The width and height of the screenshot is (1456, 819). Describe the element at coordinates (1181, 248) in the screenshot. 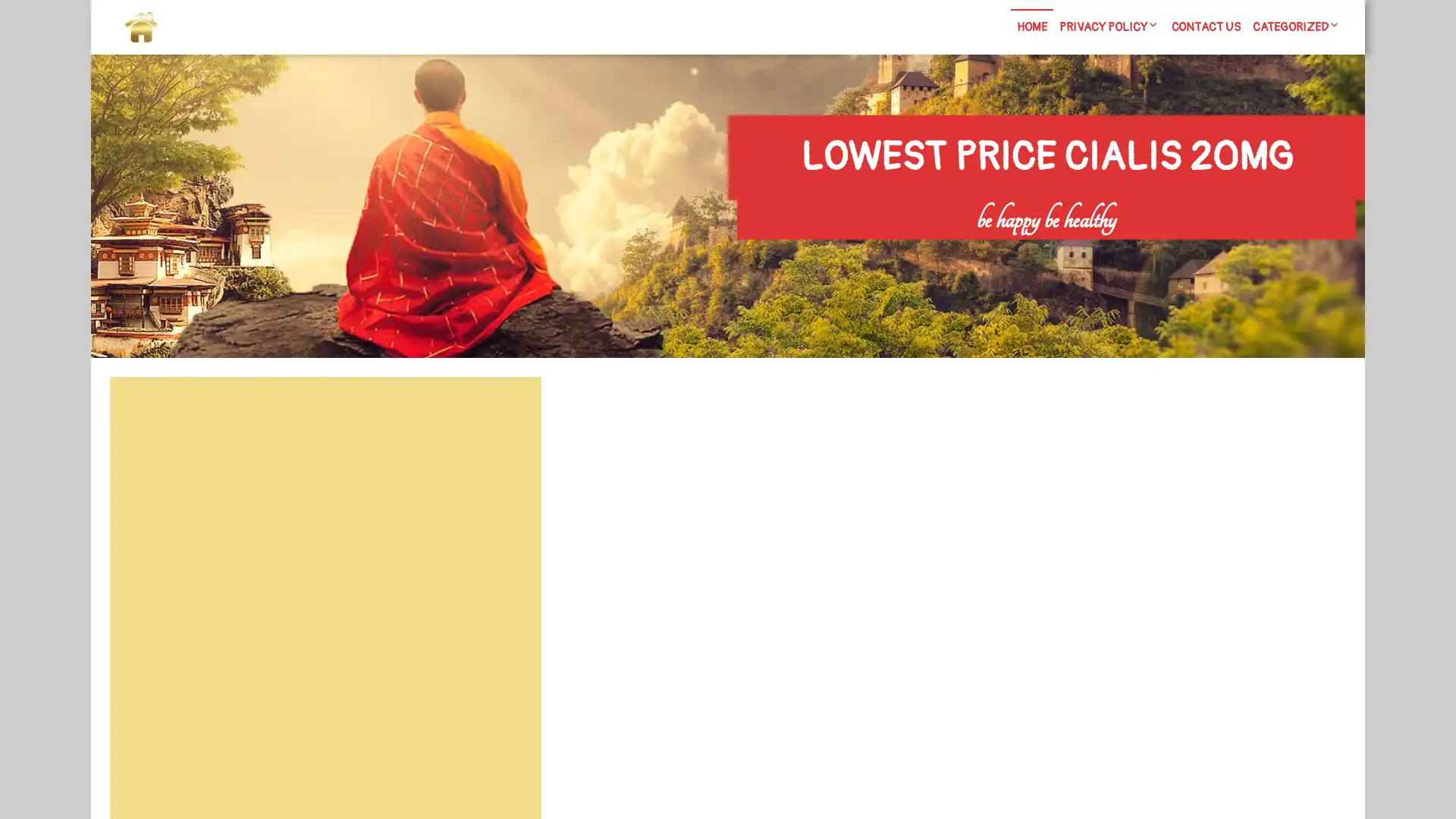

I see `Search` at that location.